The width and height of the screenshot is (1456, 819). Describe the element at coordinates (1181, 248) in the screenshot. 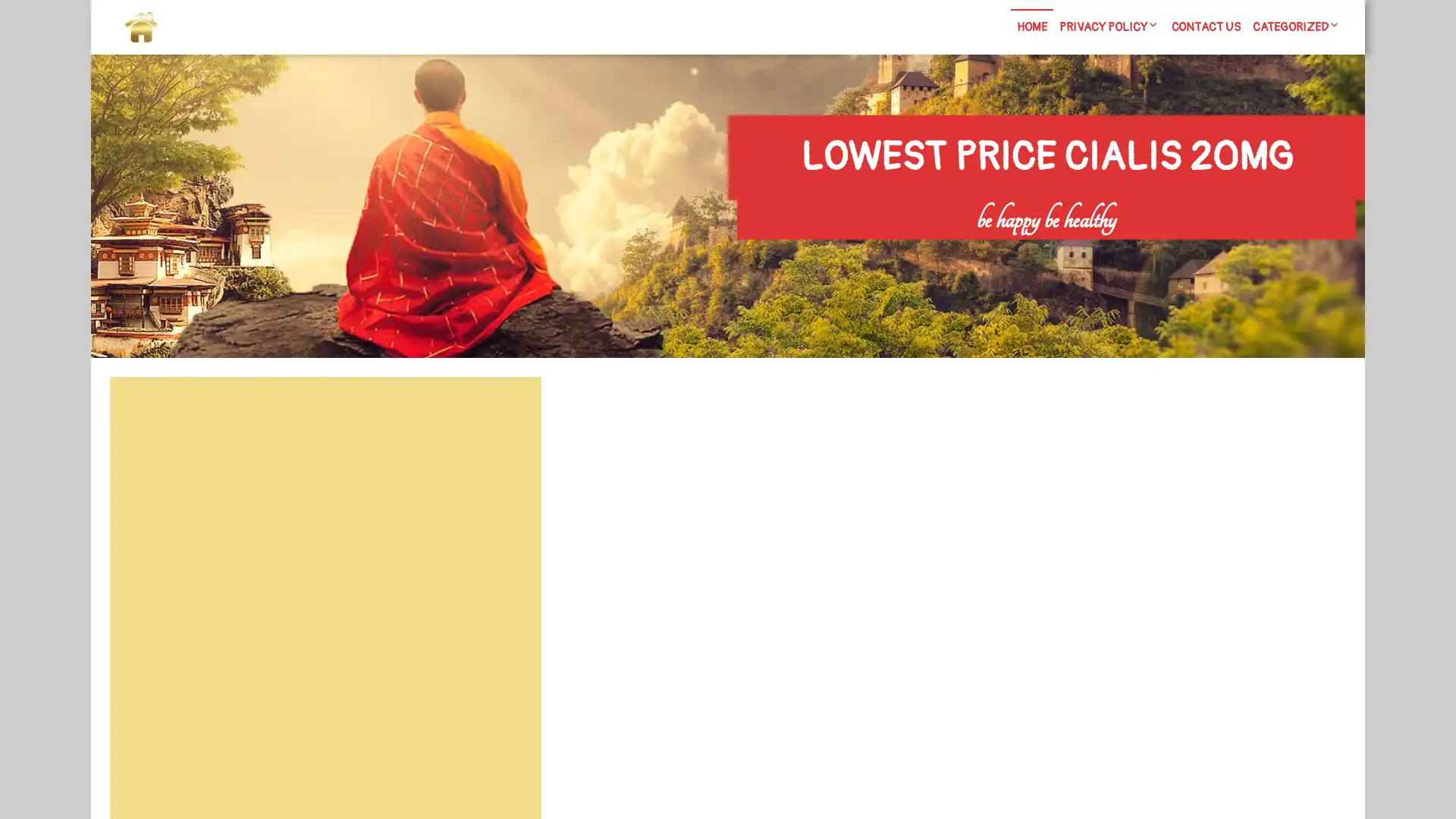

I see `Search` at that location.